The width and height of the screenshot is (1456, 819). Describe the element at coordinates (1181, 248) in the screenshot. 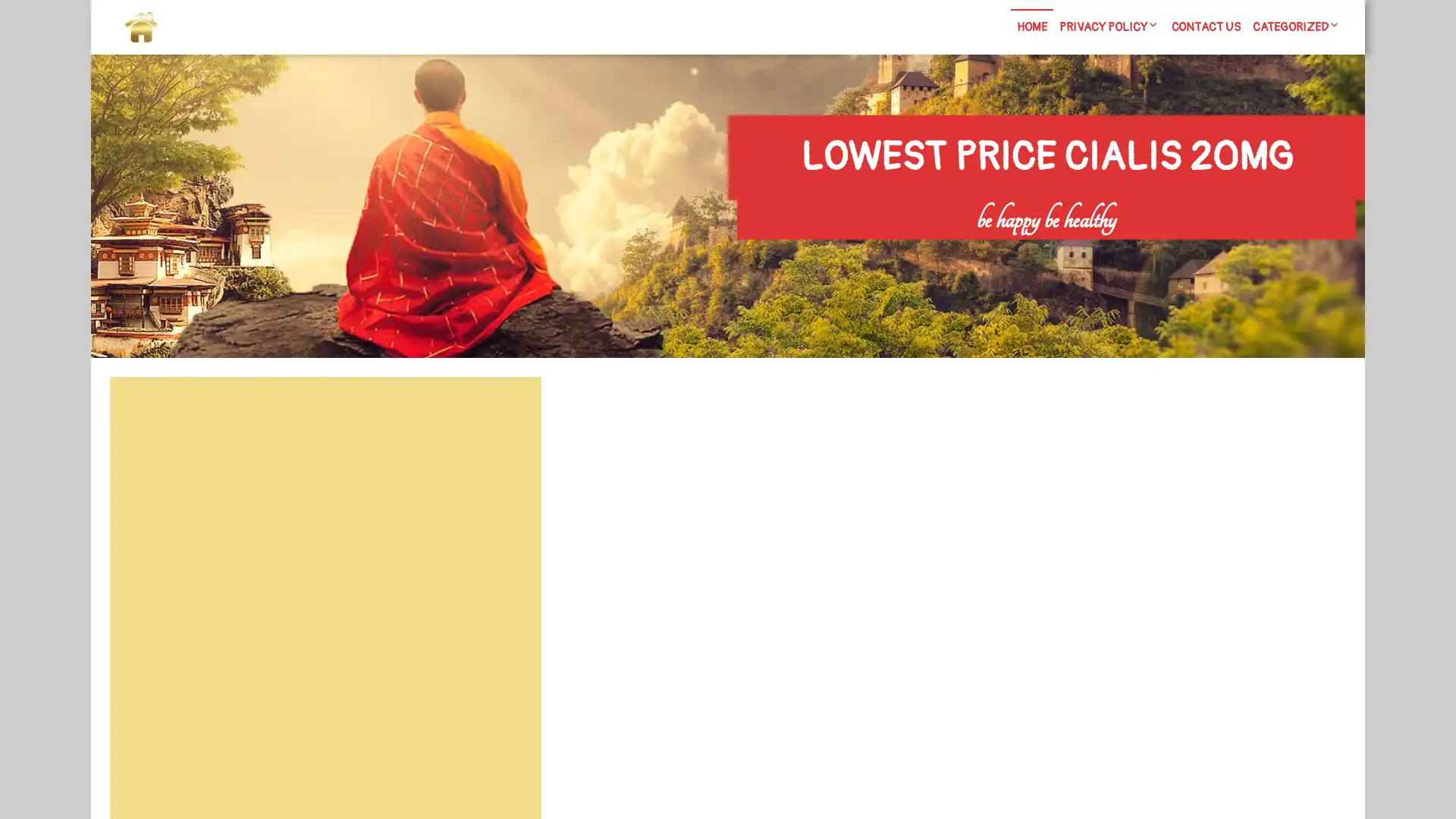

I see `Search` at that location.